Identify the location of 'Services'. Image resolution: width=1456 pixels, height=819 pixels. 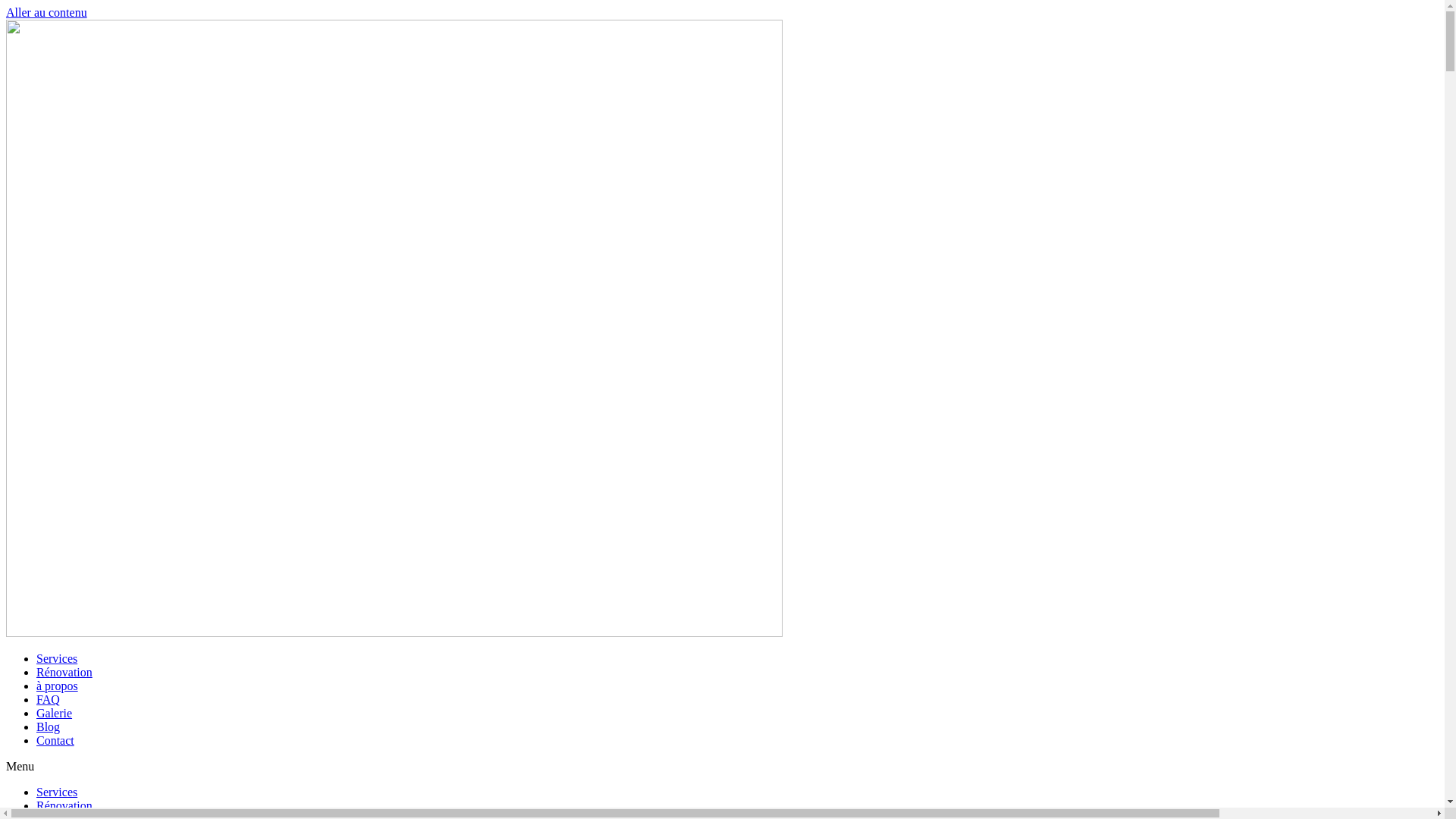
(57, 657).